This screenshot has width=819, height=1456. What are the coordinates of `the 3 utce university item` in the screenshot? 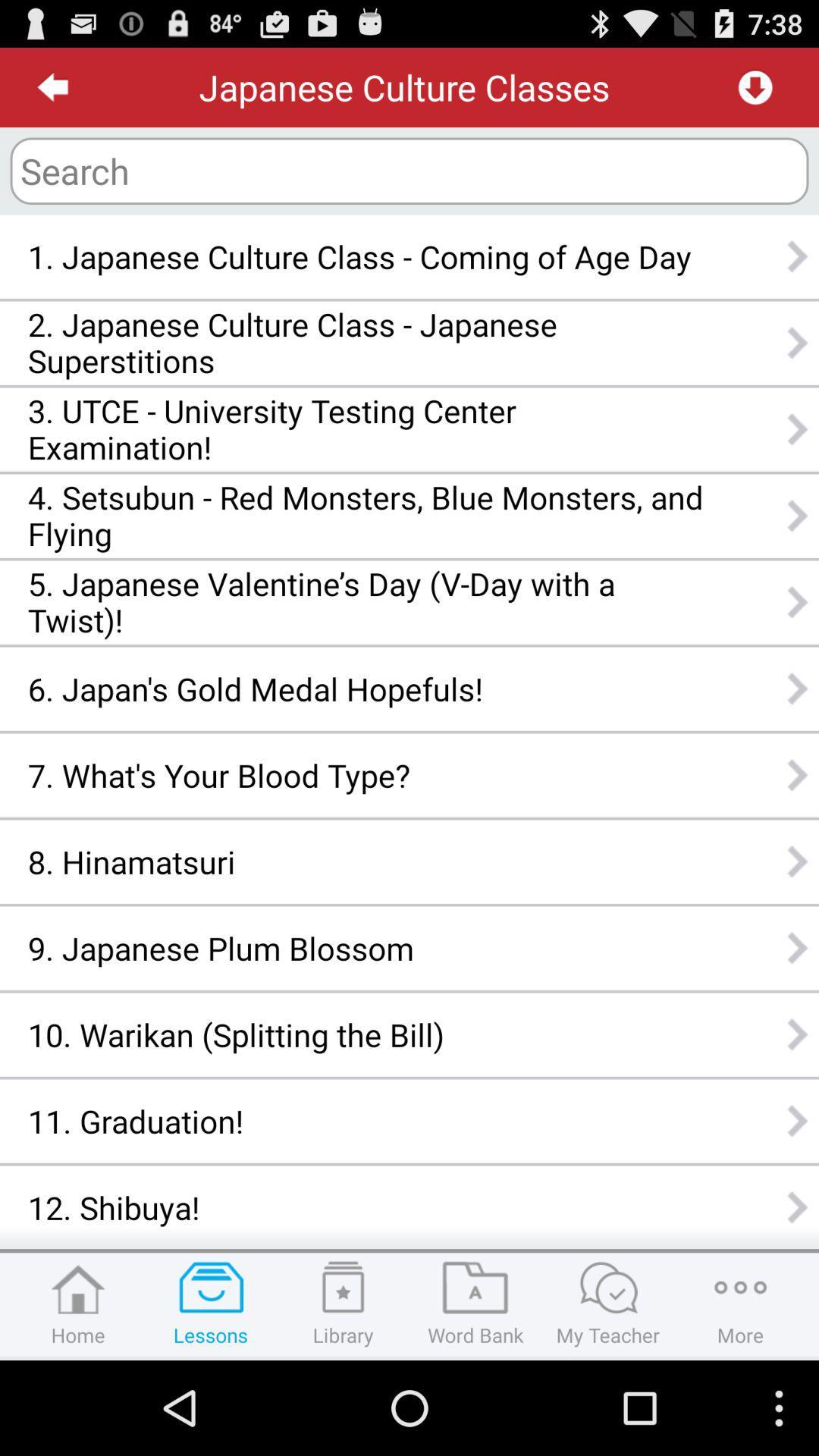 It's located at (366, 428).